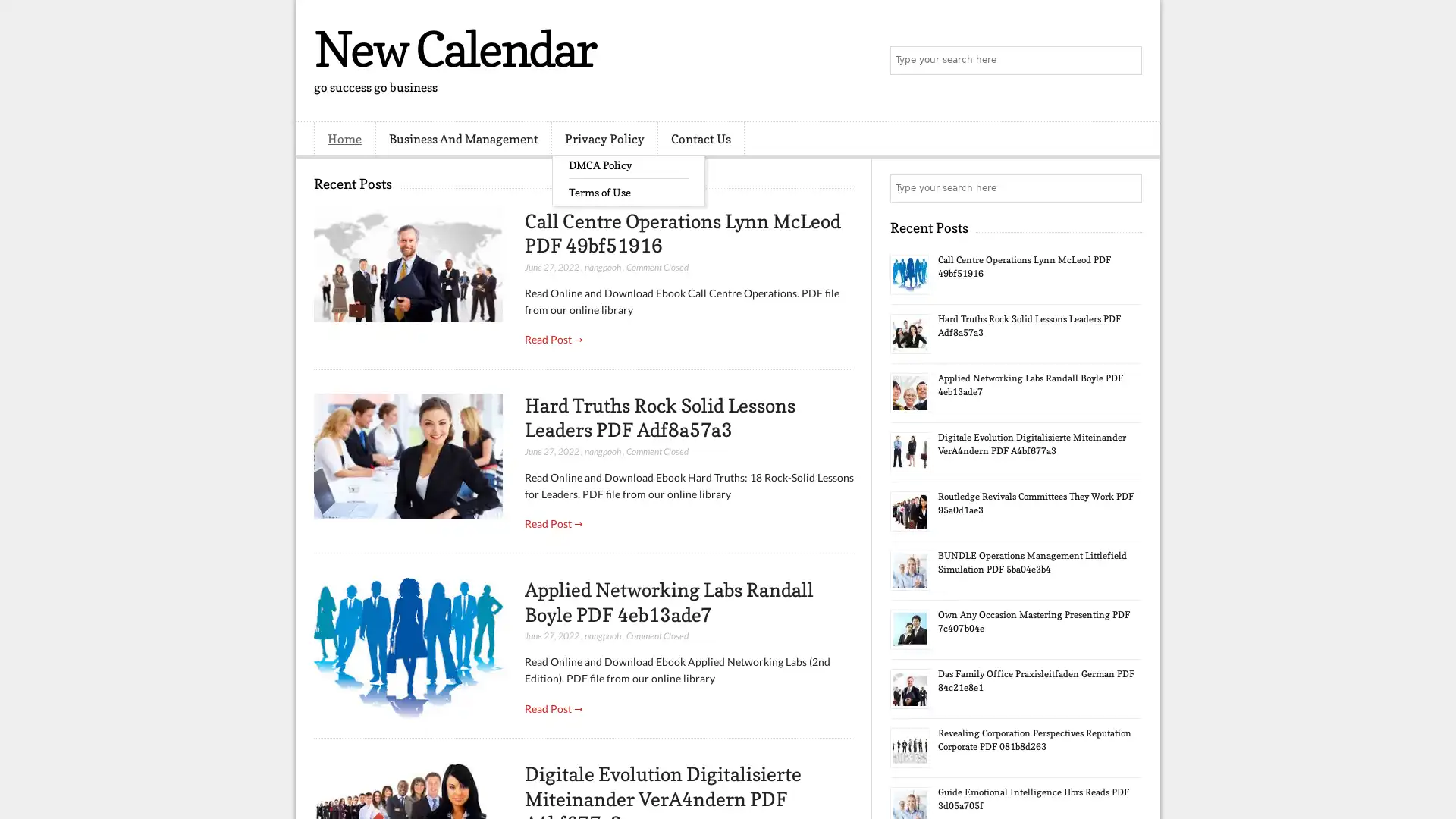 The height and width of the screenshot is (819, 1456). What do you see at coordinates (1126, 61) in the screenshot?
I see `Search` at bounding box center [1126, 61].